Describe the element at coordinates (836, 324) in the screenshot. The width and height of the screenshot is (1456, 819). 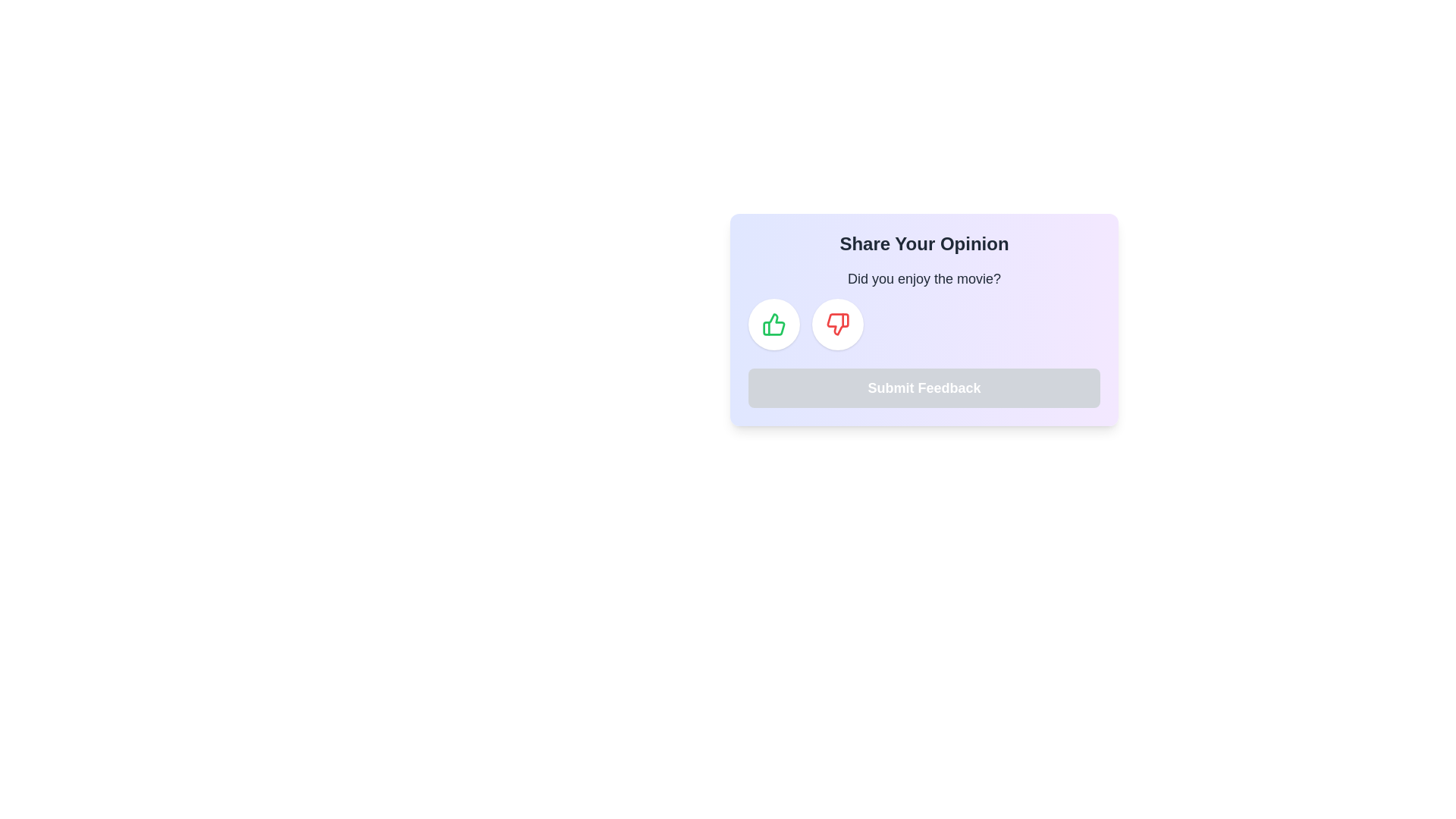
I see `the negative feedback button, which is the second button in a horizontal list of two, positioned to the right of the green thumbs-up button, to observe potential hover effects` at that location.